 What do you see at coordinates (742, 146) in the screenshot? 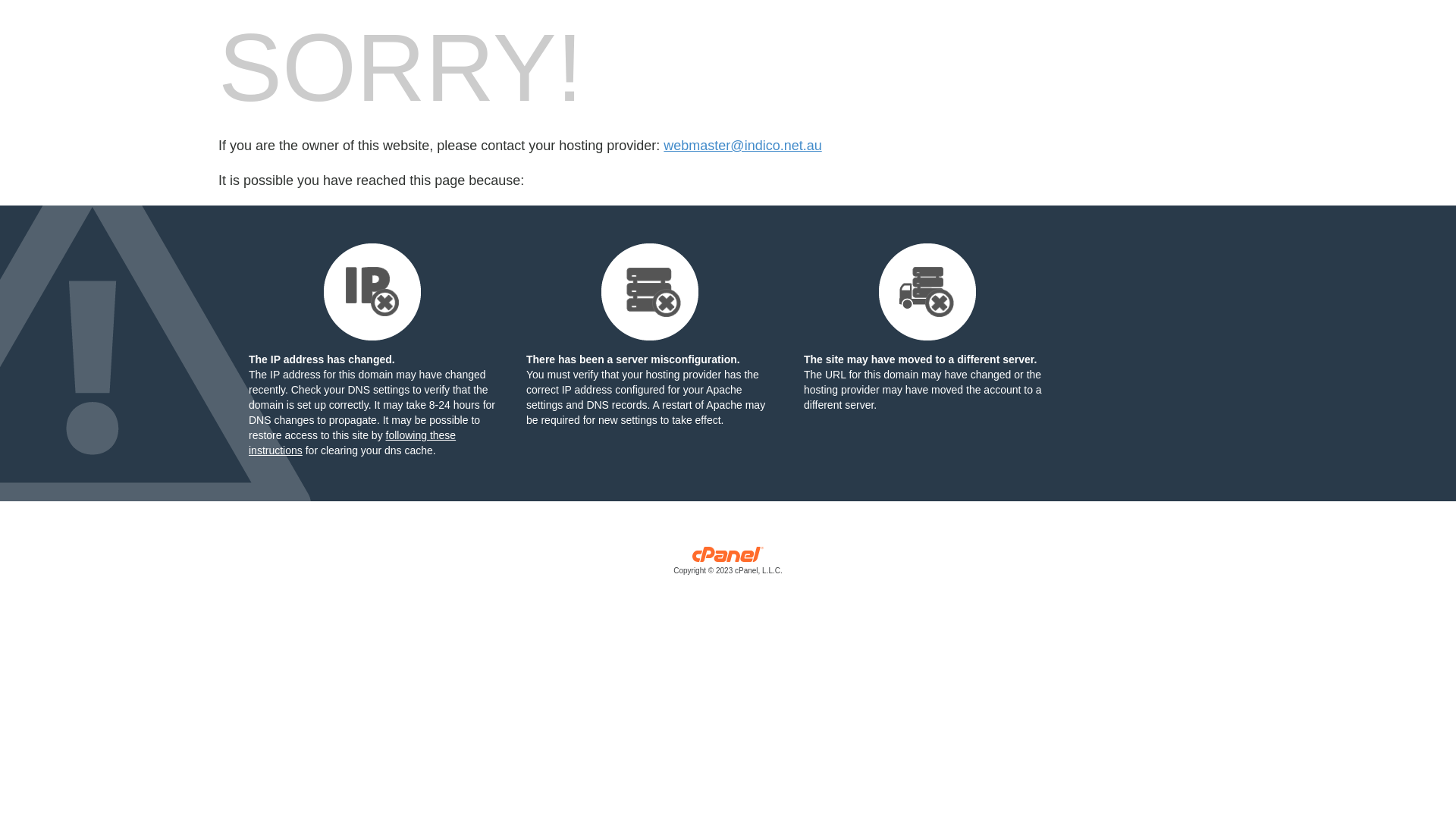
I see `'webmaster@indico.net.au'` at bounding box center [742, 146].